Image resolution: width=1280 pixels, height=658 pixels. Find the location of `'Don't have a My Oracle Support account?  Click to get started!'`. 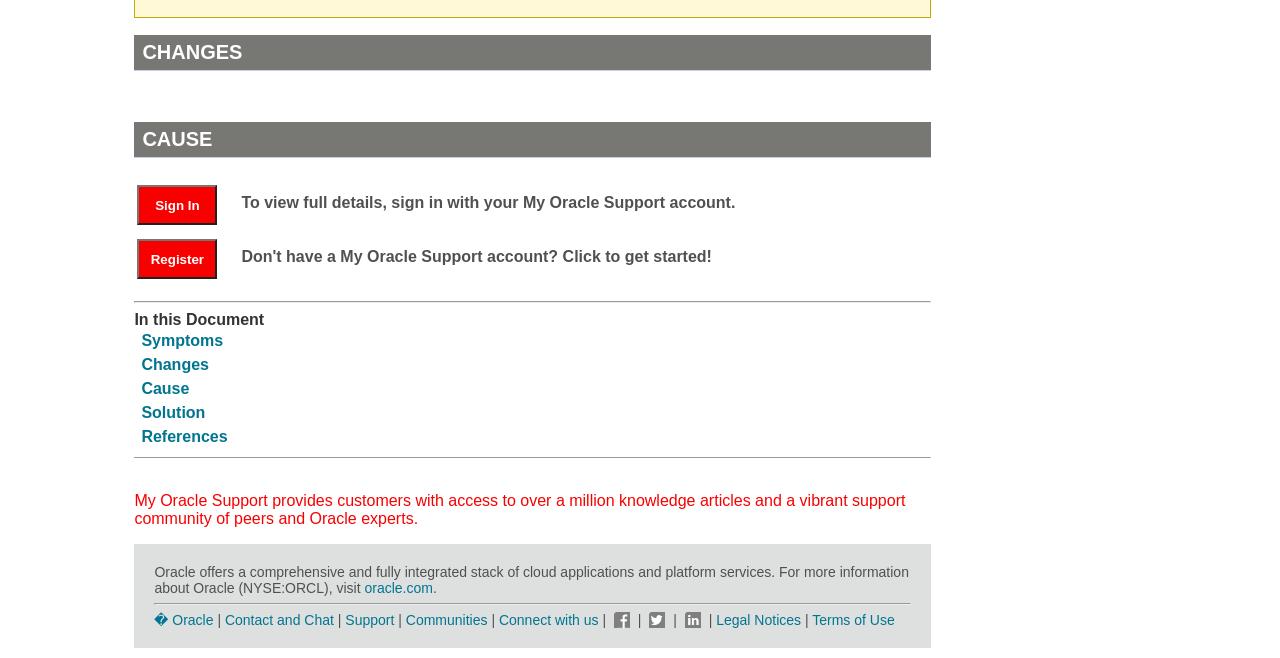

'Don't have a My Oracle Support account?  Click to get started!' is located at coordinates (475, 255).